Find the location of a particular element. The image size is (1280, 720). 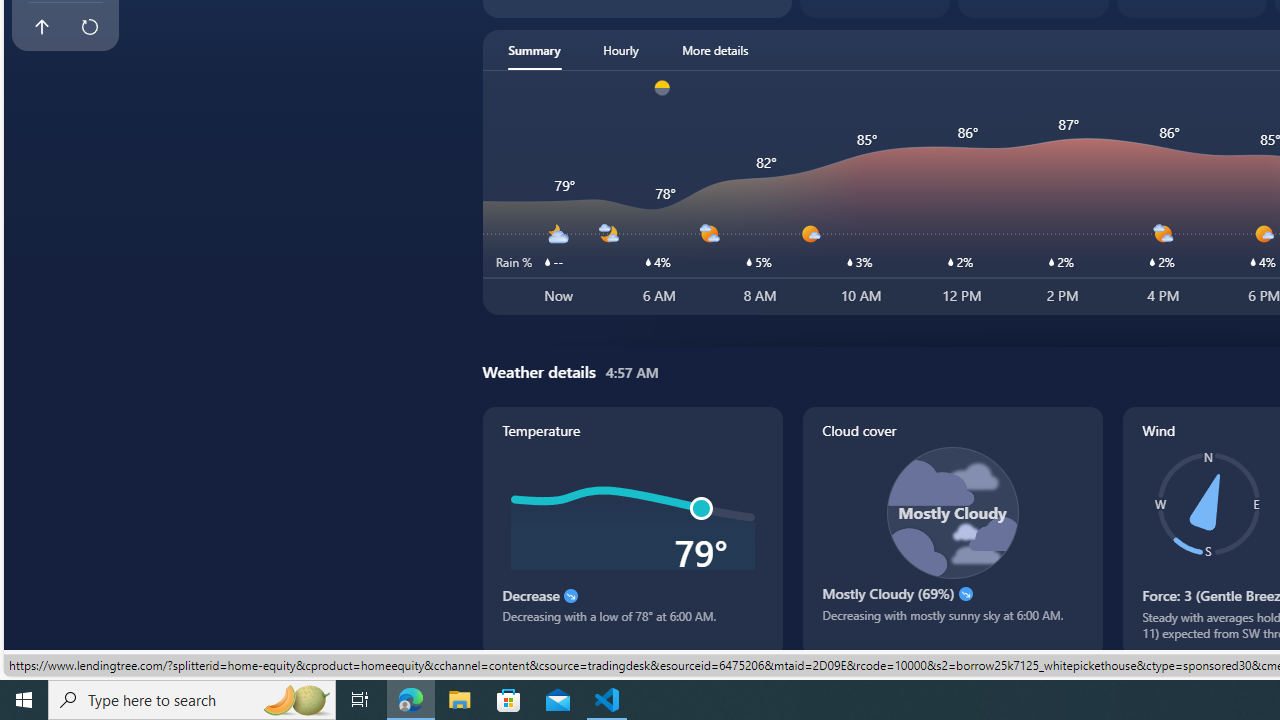

'More details' is located at coordinates (715, 49).